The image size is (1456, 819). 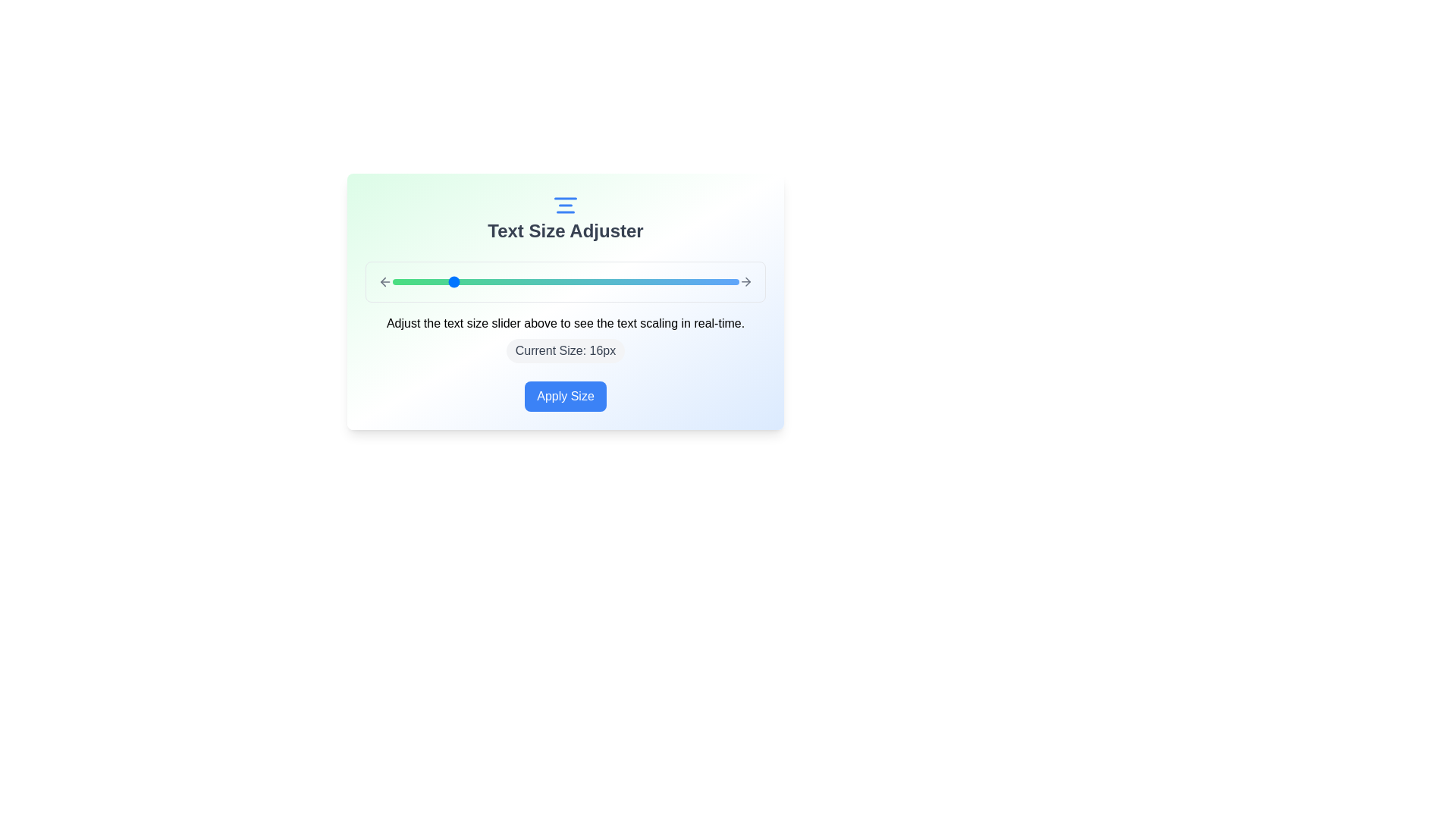 What do you see at coordinates (564, 231) in the screenshot?
I see `the text to select it for interaction` at bounding box center [564, 231].